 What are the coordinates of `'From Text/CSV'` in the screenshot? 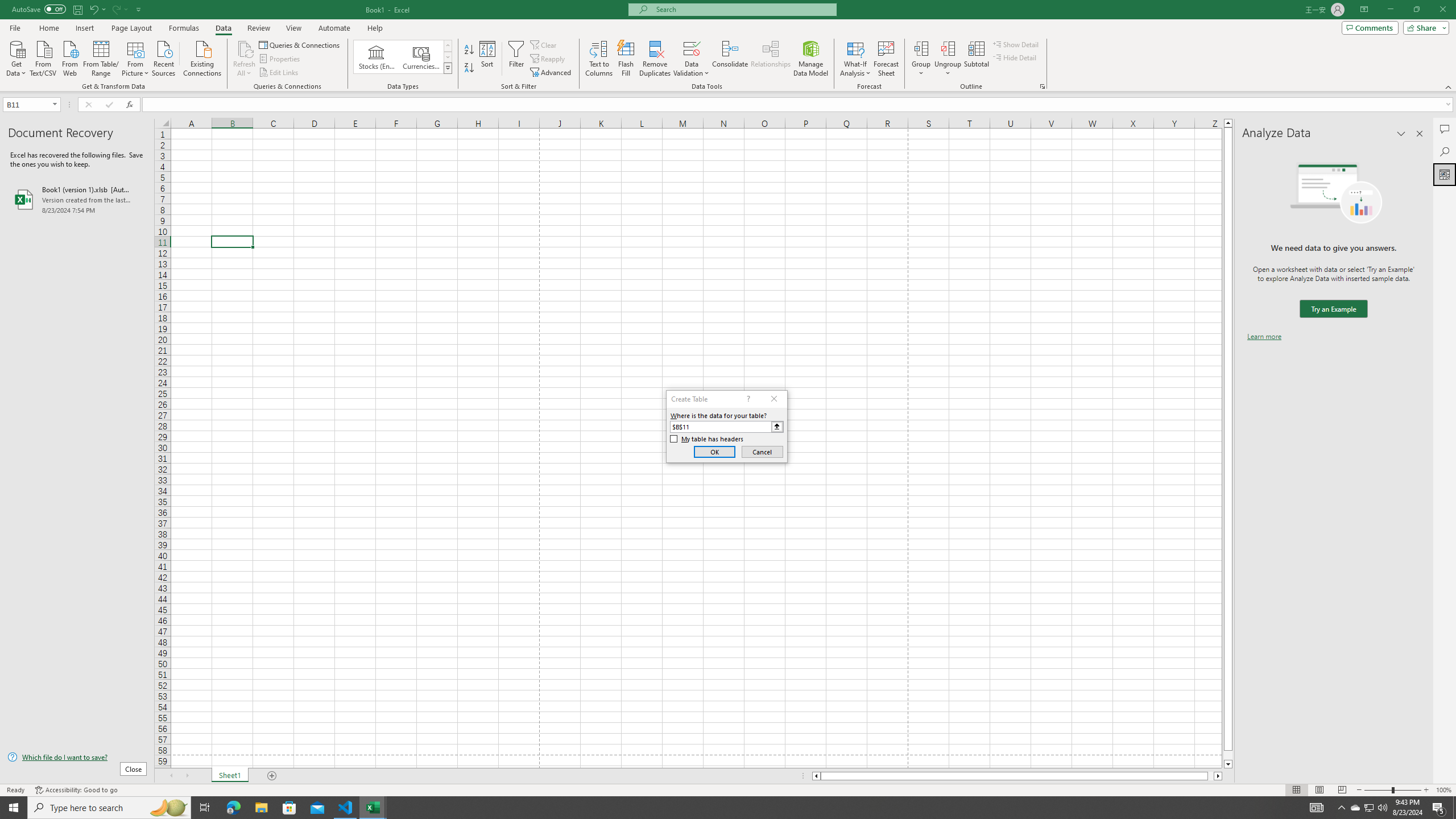 It's located at (43, 57).